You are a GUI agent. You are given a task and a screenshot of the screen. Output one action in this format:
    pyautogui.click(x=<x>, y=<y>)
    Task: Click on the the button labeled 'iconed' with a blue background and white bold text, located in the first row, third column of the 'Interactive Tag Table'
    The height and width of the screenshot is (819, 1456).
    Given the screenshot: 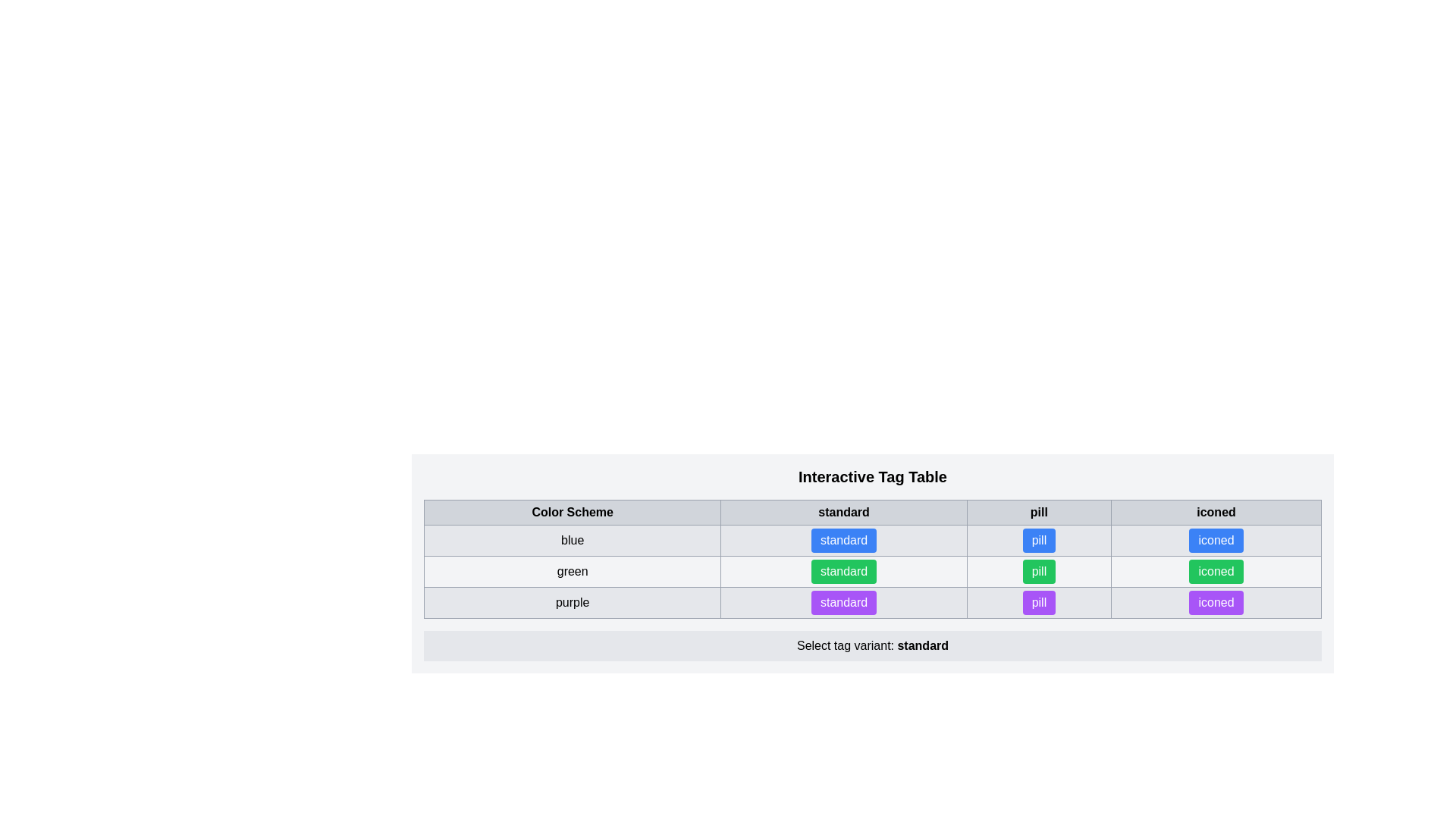 What is the action you would take?
    pyautogui.click(x=1216, y=540)
    